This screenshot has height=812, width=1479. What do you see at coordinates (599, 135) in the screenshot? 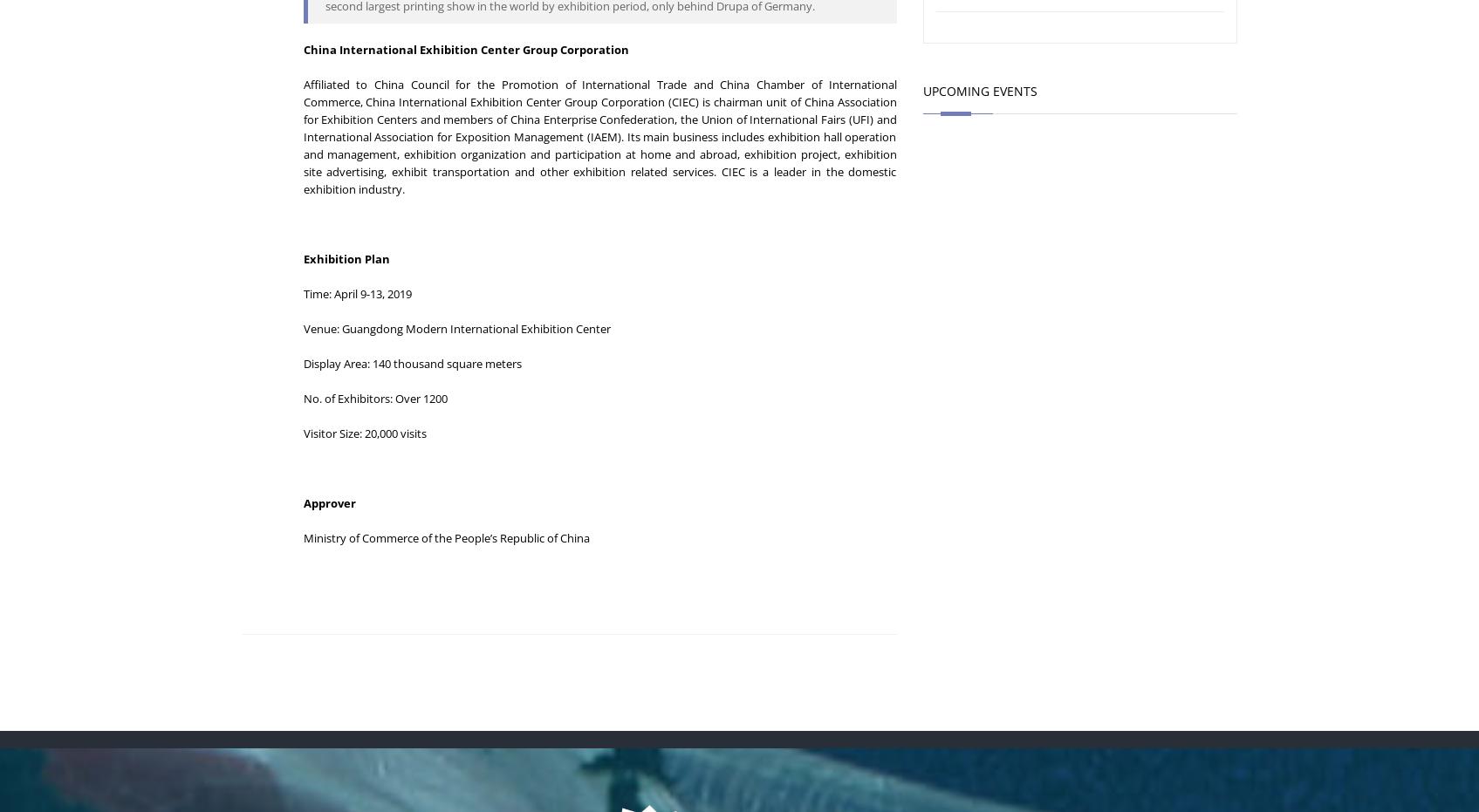
I see `'Affiliated to China Council for the Promotion of International Trade and China Chamber of International Commerce, China International Exhibition Center Group Corporation (CIEC) is chairman unit of China Association for Exhibition Centers and members of China Enterprise Confederation, the Union of International Fairs (UFI) and International Association for Exposition Management (IAEM). Its main business includes exhibition hall operation and management, exhibition organization and participation at home and abroad, exhibition project, exhibition site advertising, exhibit transportation and other exhibition related services. CIEC is a leader in the domestic exhibition industry.'` at bounding box center [599, 135].